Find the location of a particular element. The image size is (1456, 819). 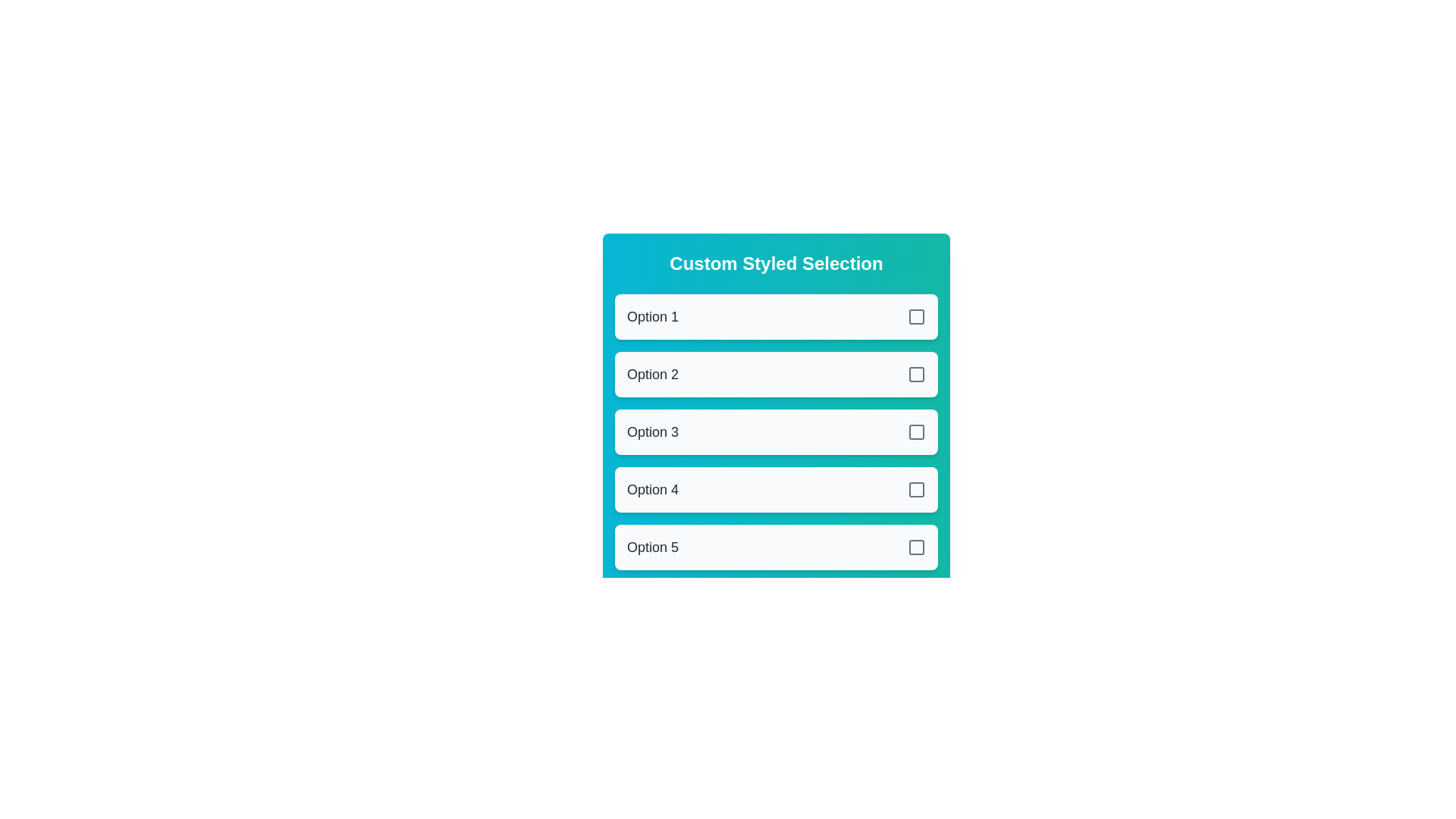

the option 3 from the list is located at coordinates (776, 432).